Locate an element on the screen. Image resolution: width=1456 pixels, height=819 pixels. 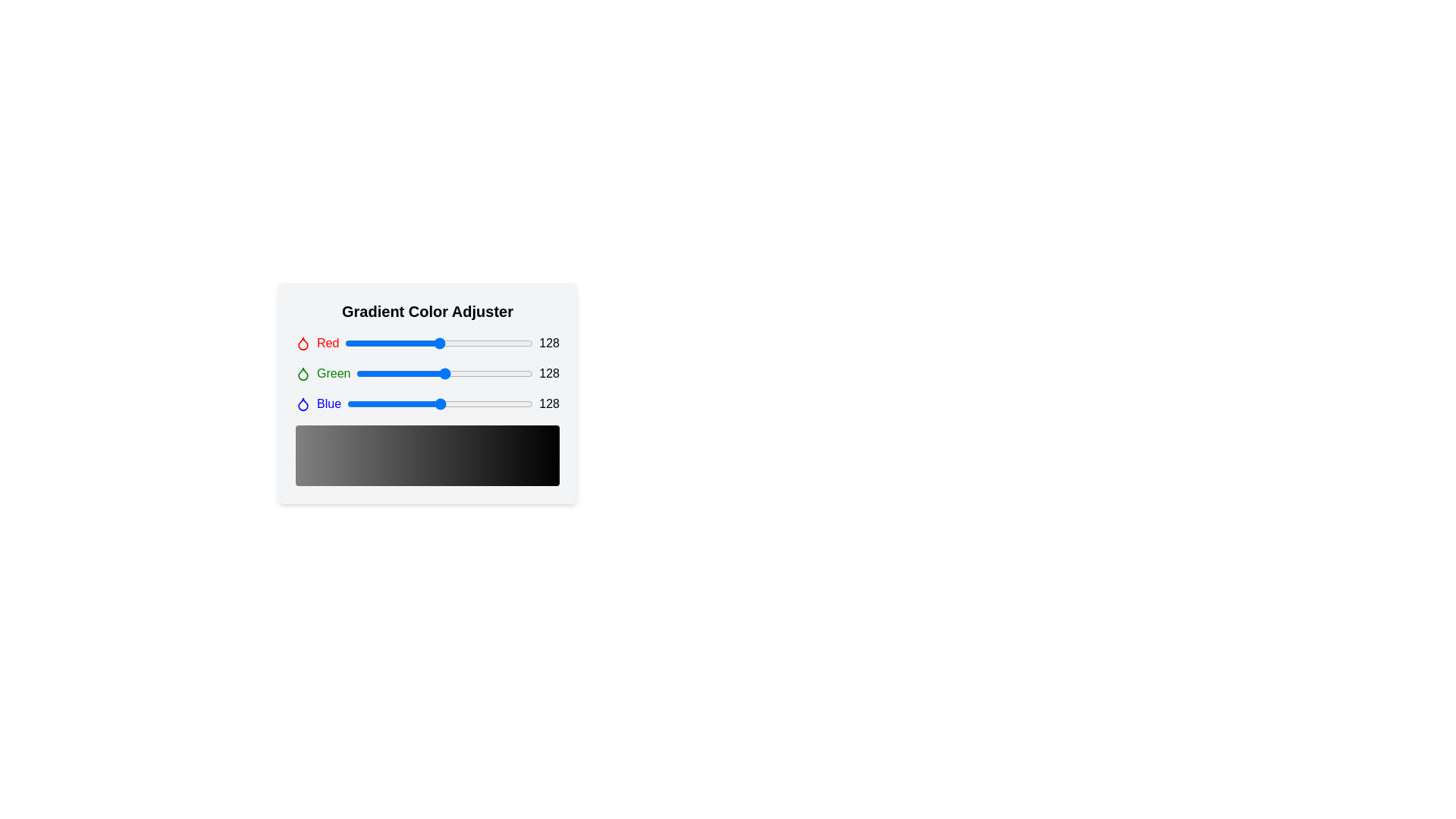
the green slider to 37 is located at coordinates (382, 374).